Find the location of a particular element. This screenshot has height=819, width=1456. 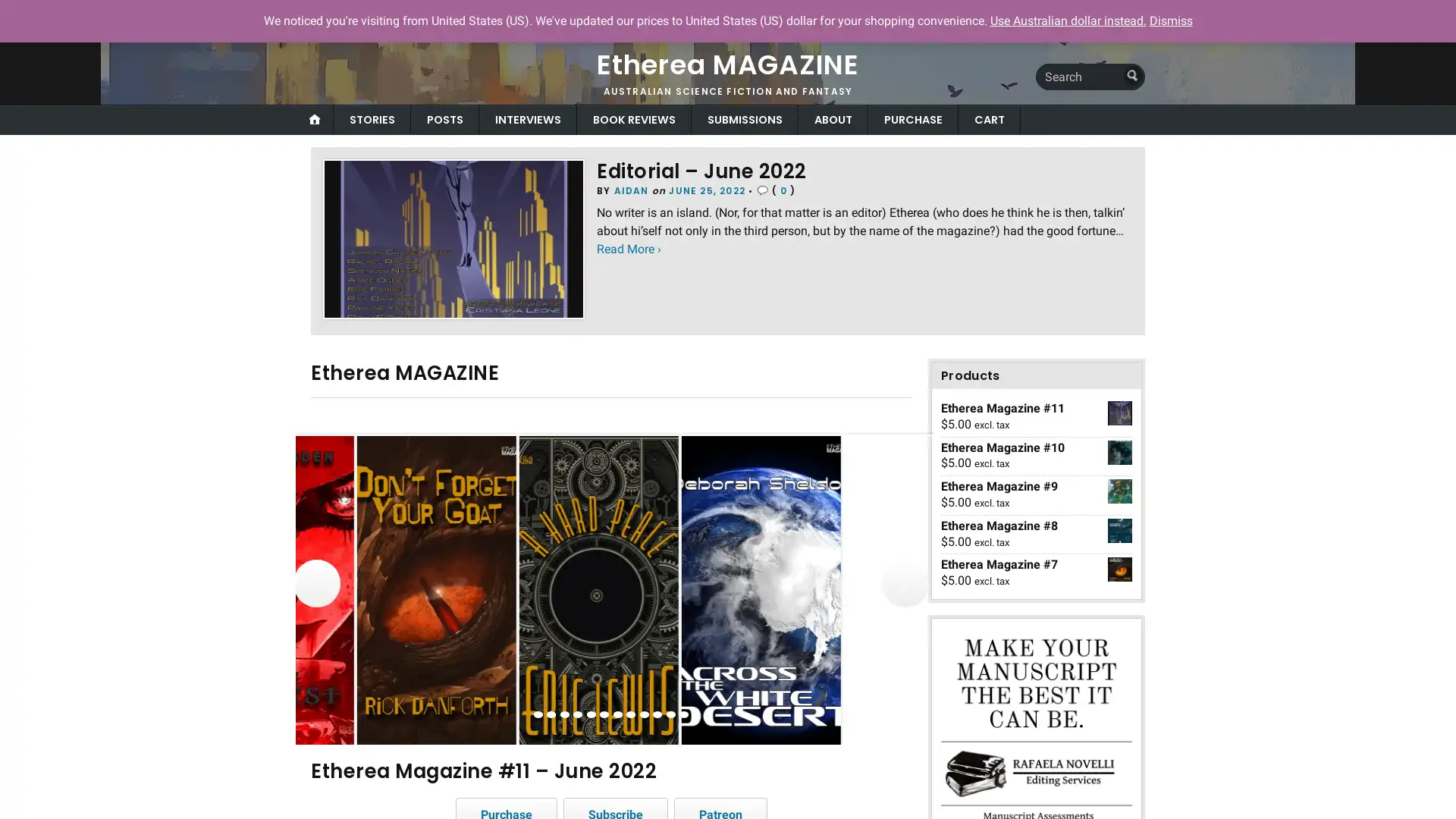

view image 8 of 12 in carousel is located at coordinates (630, 714).